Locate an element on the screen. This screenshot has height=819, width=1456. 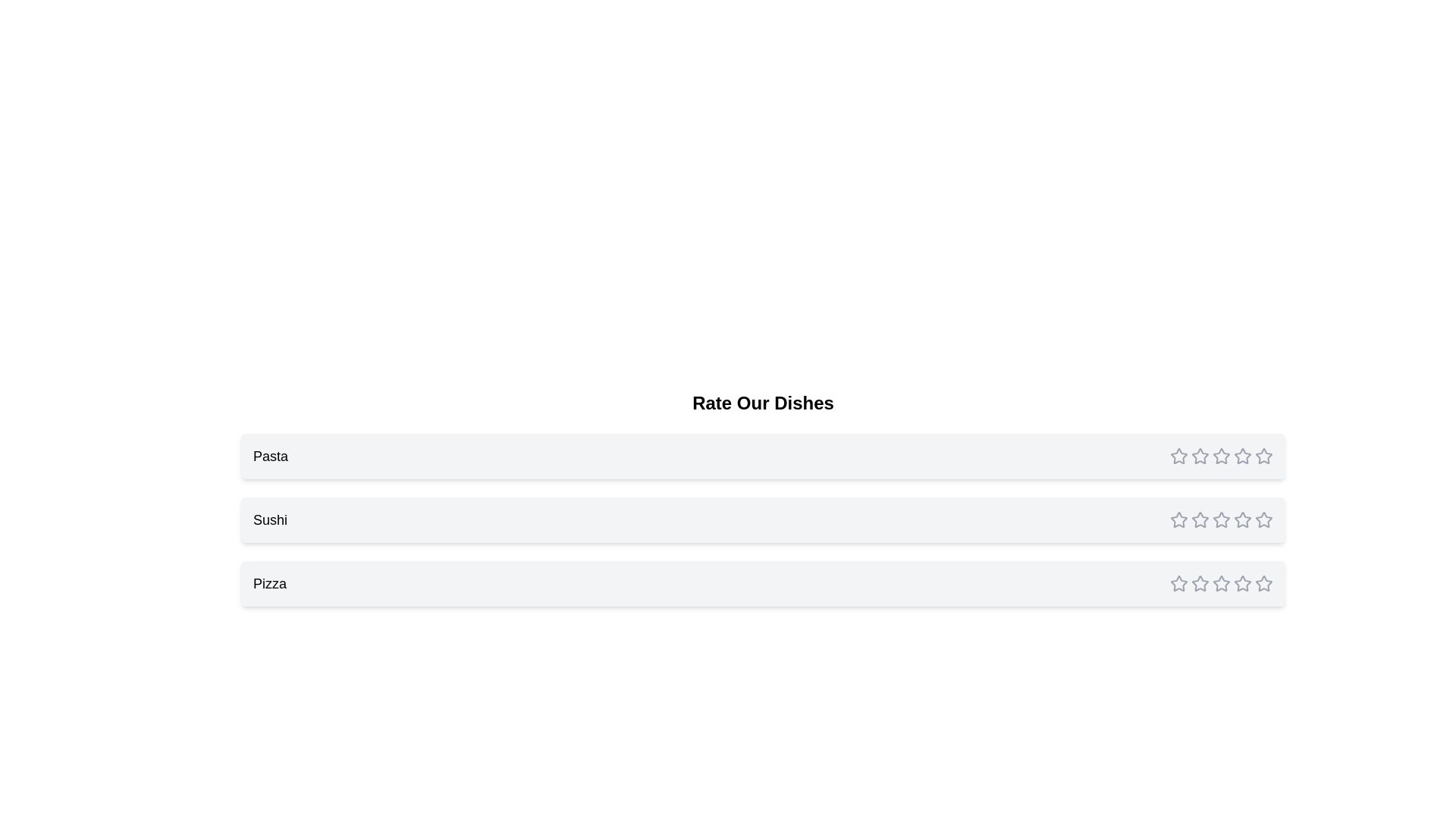
the second yellow star rating icon for the 'Pizza' item in the 'Rate Our Dishes' section is located at coordinates (1200, 583).